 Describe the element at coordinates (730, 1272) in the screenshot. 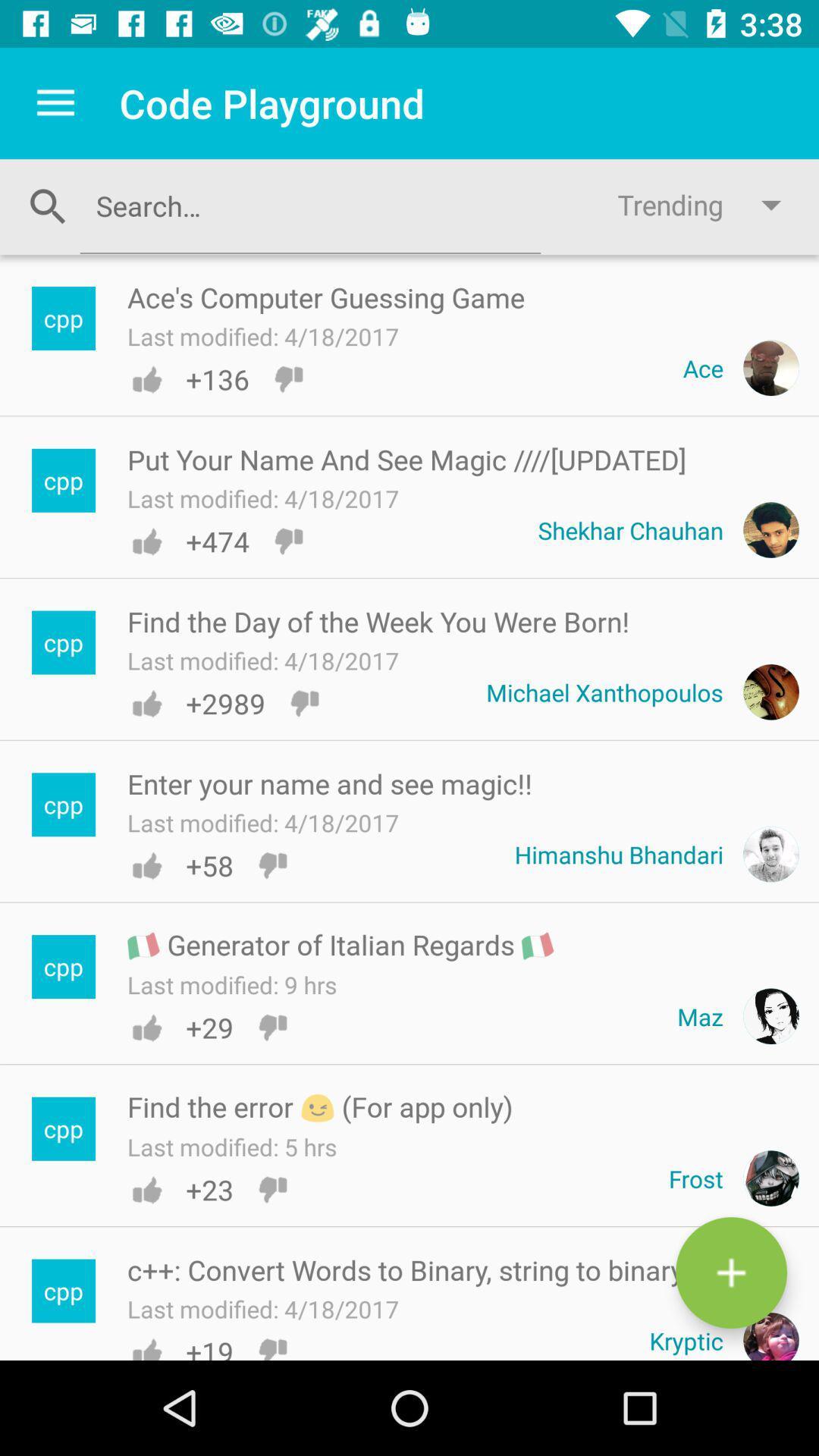

I see `click the add option` at that location.